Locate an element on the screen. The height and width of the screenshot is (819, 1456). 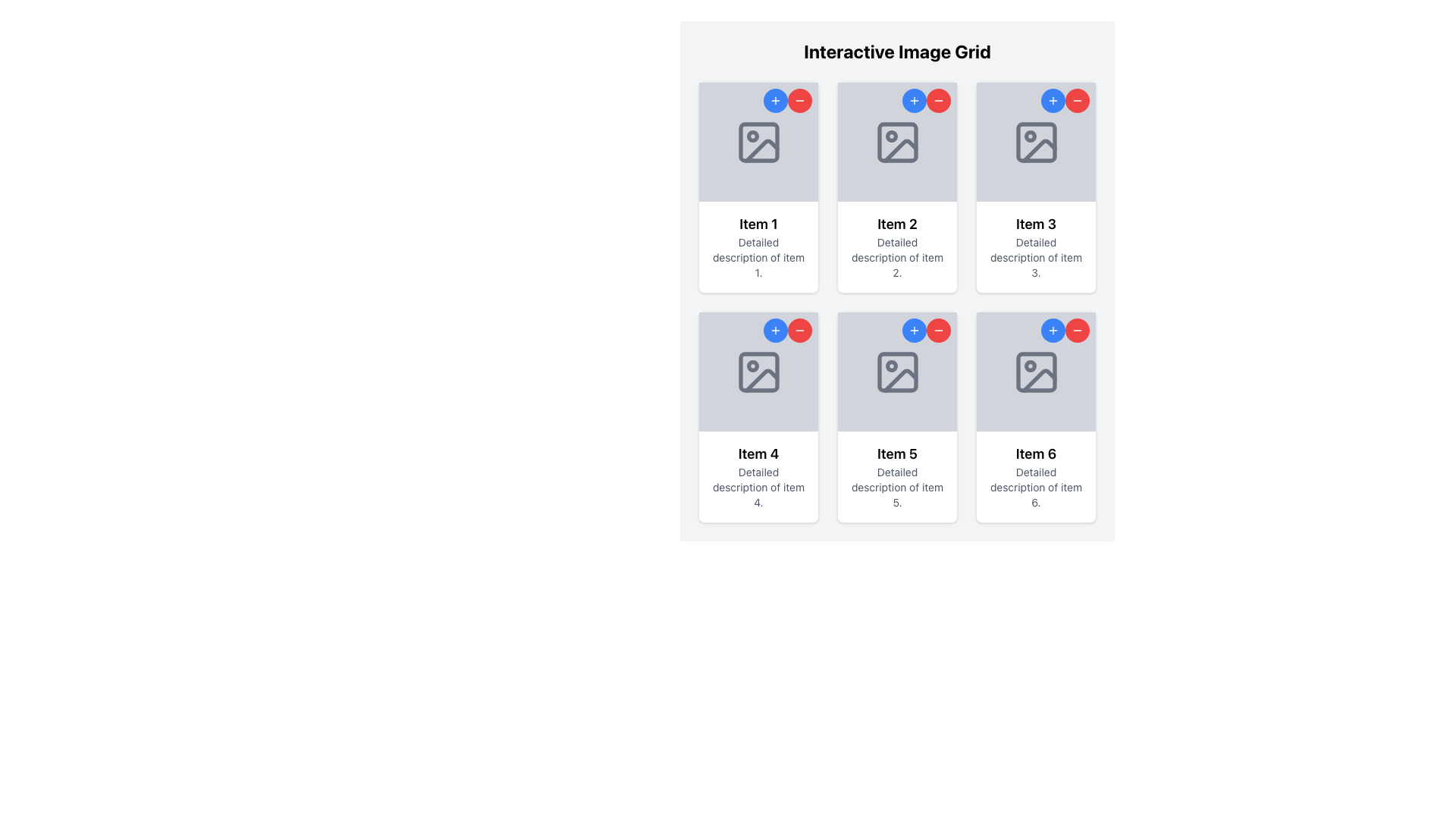
the Image Placeholder located in the top row, first column of the grid layout, which visually represents an image related to 'Item 1' is located at coordinates (758, 141).